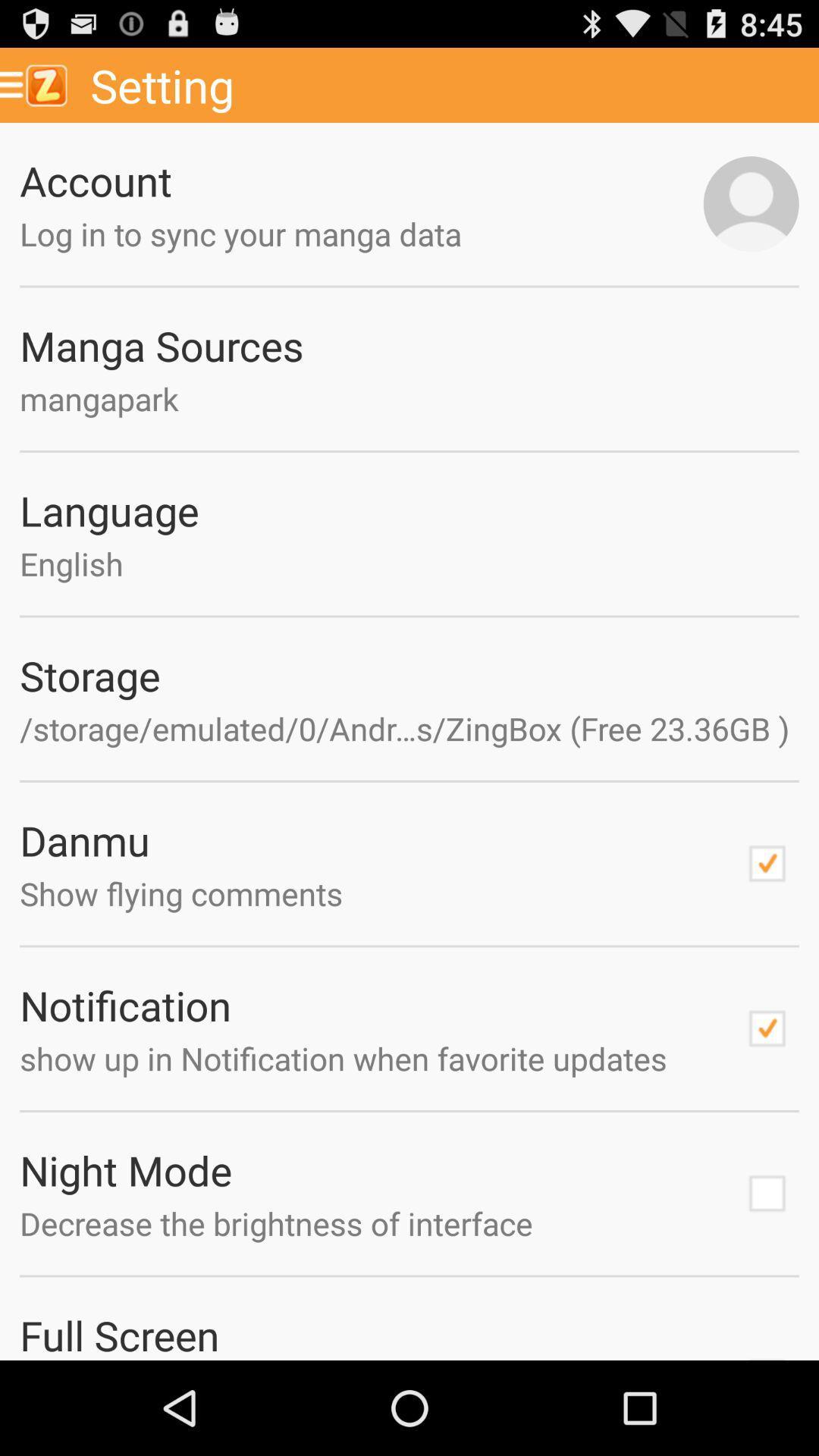  Describe the element at coordinates (448, 84) in the screenshot. I see `setting` at that location.